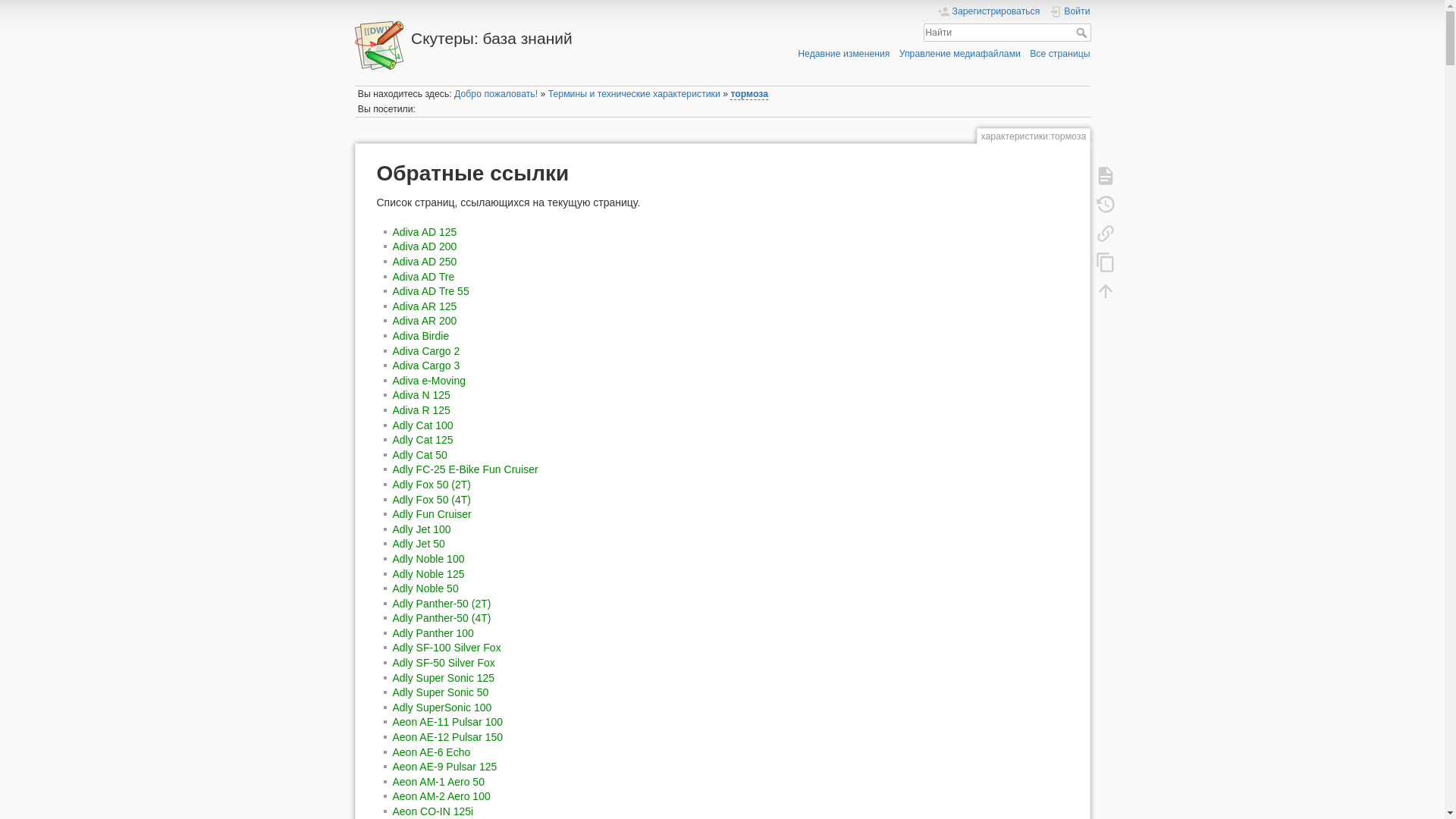 The width and height of the screenshot is (1456, 819). Describe the element at coordinates (430, 291) in the screenshot. I see `'Adiva AD Tre 55'` at that location.